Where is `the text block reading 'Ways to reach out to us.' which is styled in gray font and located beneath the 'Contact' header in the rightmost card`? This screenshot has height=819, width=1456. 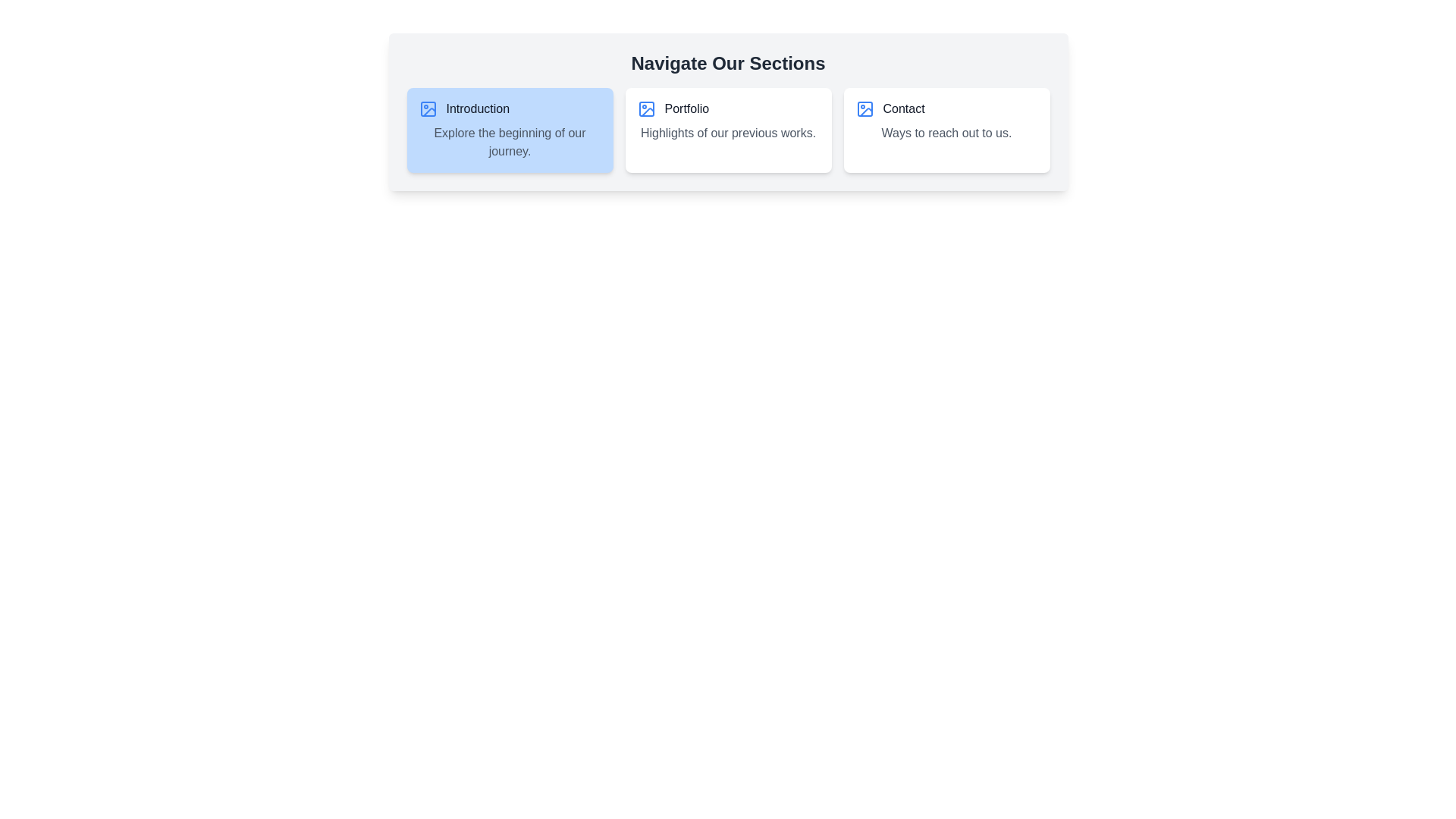
the text block reading 'Ways to reach out to us.' which is styled in gray font and located beneath the 'Contact' header in the rightmost card is located at coordinates (946, 133).